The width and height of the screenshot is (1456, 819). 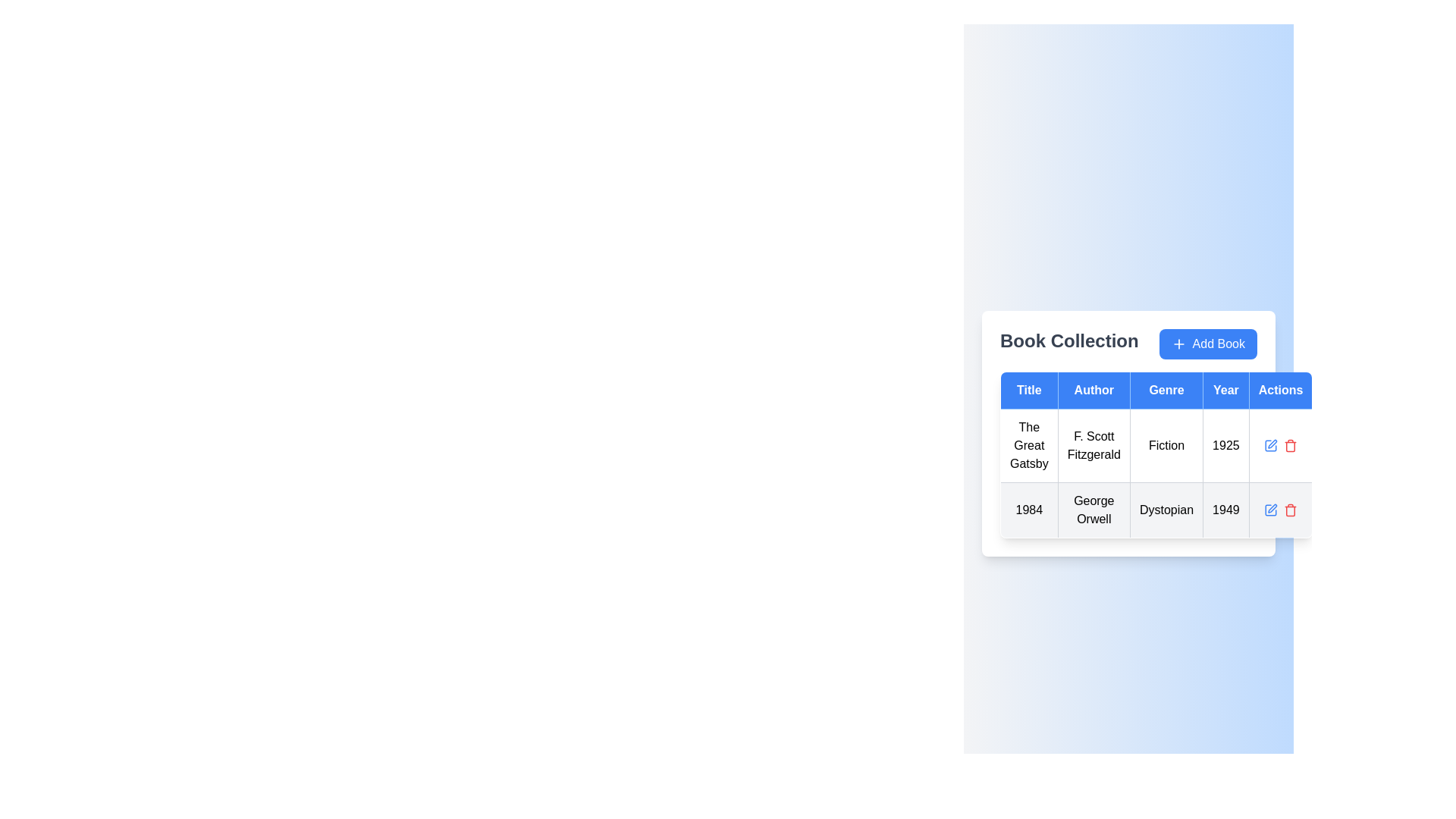 I want to click on the square icon outlined with rounded corners in the 'Actions' column of the second row to initiate an edit action, so click(x=1270, y=444).